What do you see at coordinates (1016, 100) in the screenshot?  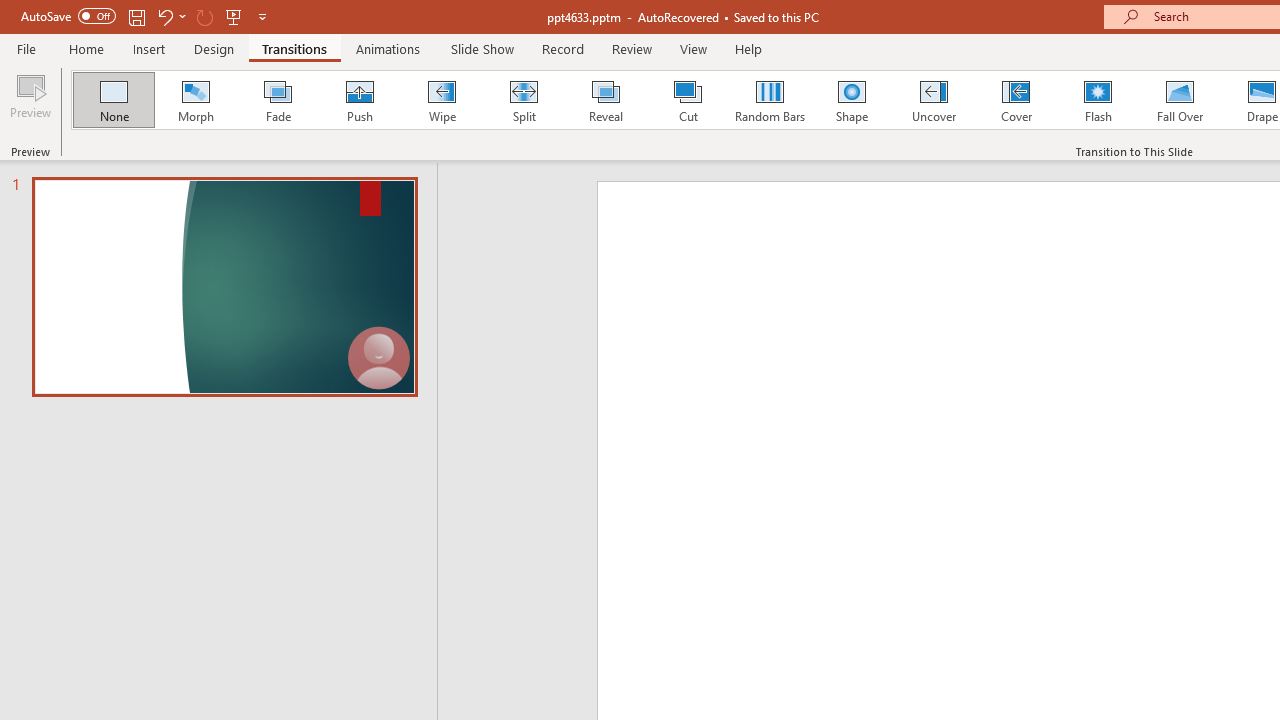 I see `'Cover'` at bounding box center [1016, 100].